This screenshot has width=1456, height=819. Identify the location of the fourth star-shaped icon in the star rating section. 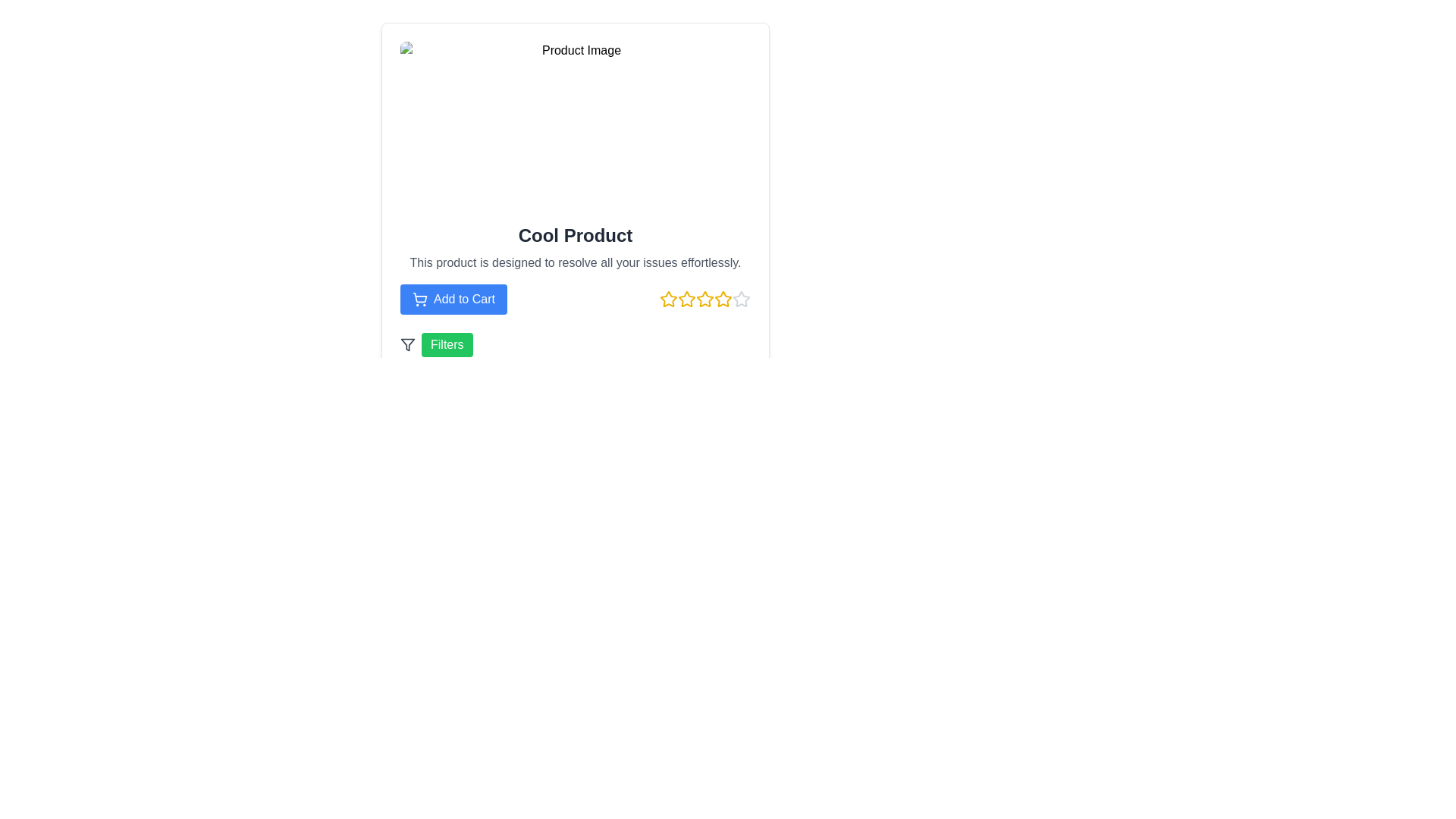
(723, 299).